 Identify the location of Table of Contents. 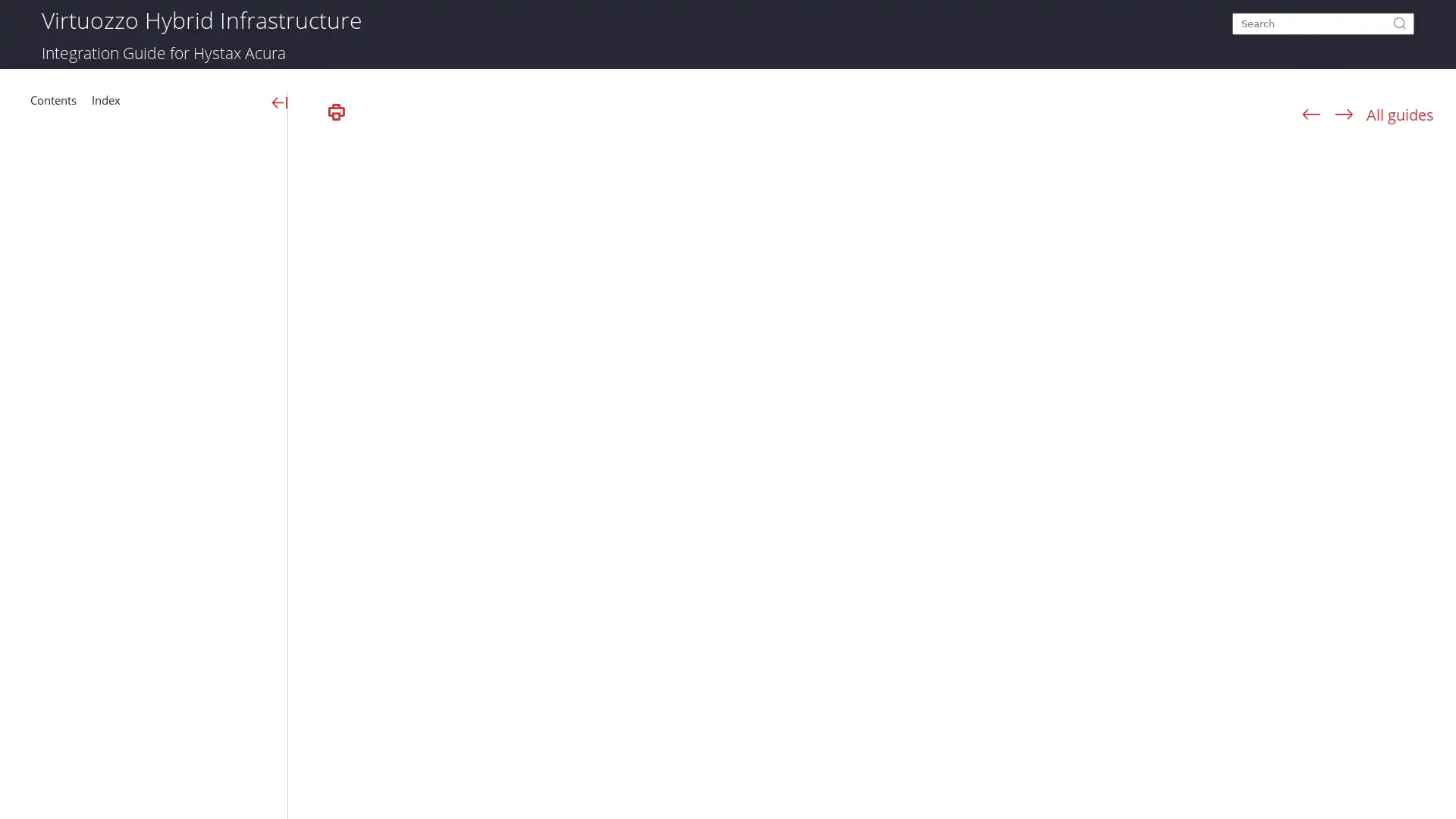
(71, 104).